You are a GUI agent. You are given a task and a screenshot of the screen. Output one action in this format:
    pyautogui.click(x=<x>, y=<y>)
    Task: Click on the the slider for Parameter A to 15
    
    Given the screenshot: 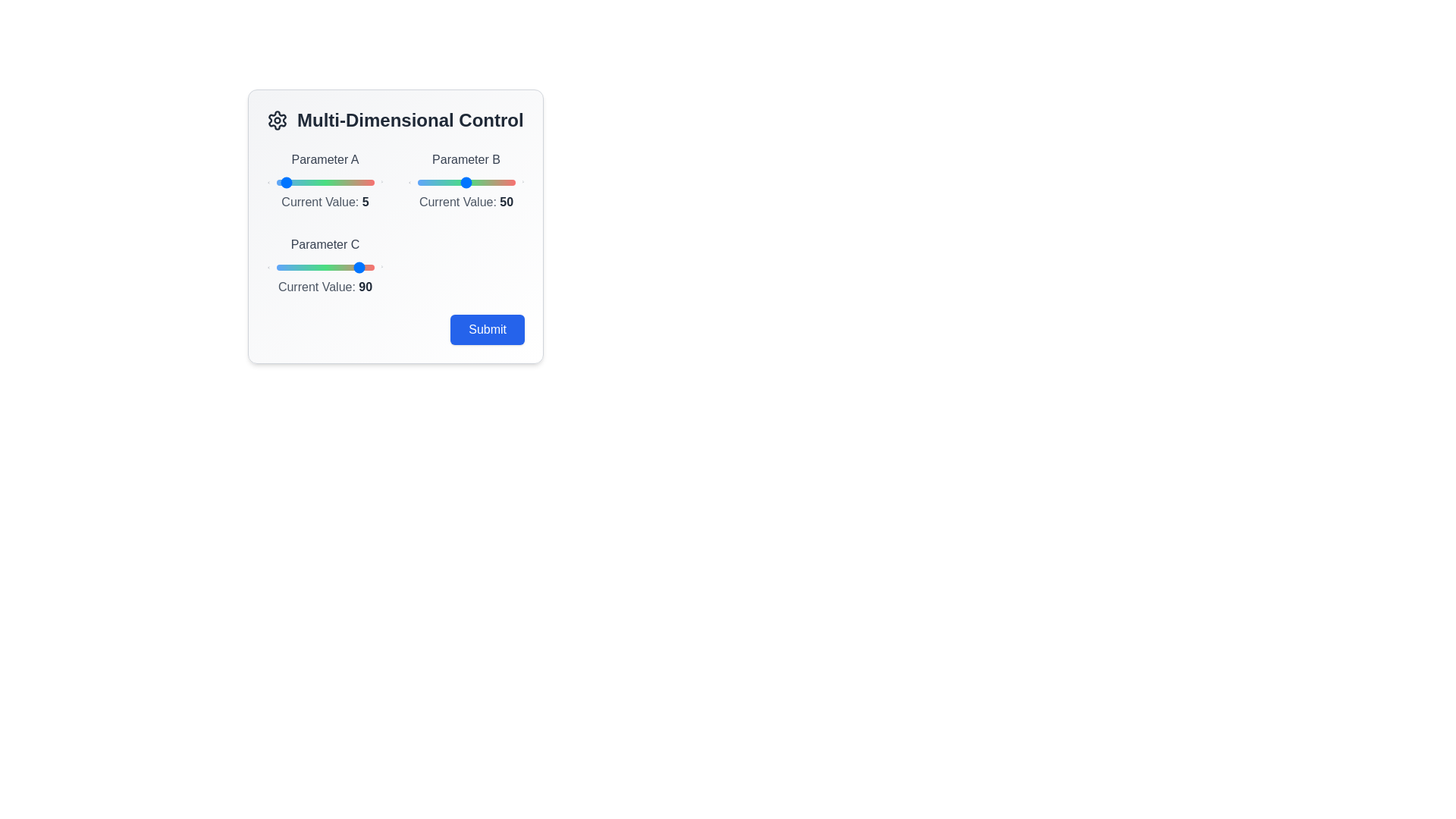 What is the action you would take?
    pyautogui.click(x=290, y=181)
    